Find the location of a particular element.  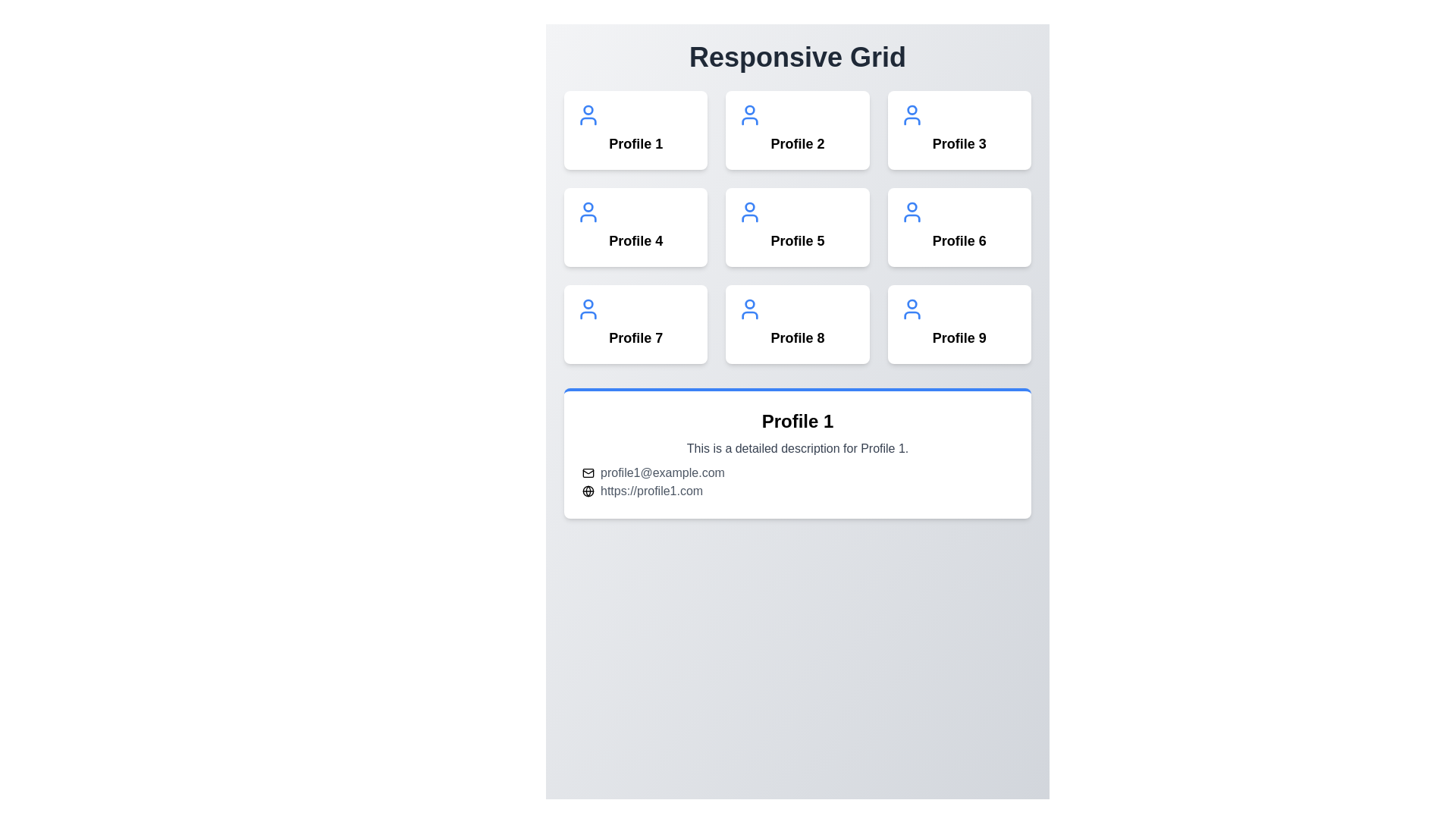

the SVG Circle with a blue border located in the top-left corner of the user profile card titled 'Profile 1' is located at coordinates (588, 109).